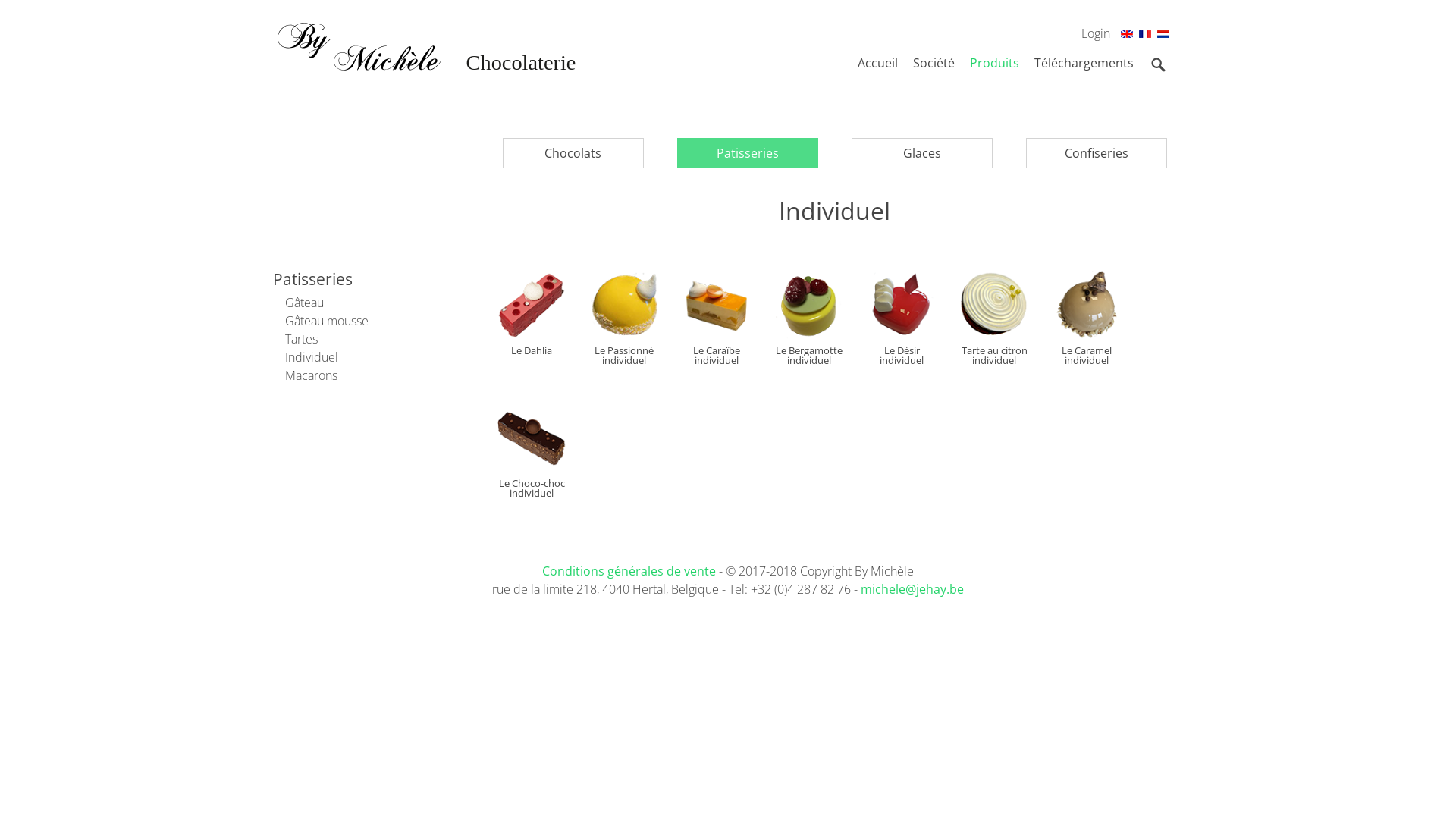 This screenshot has width=1456, height=819. I want to click on 'Produits', so click(994, 62).